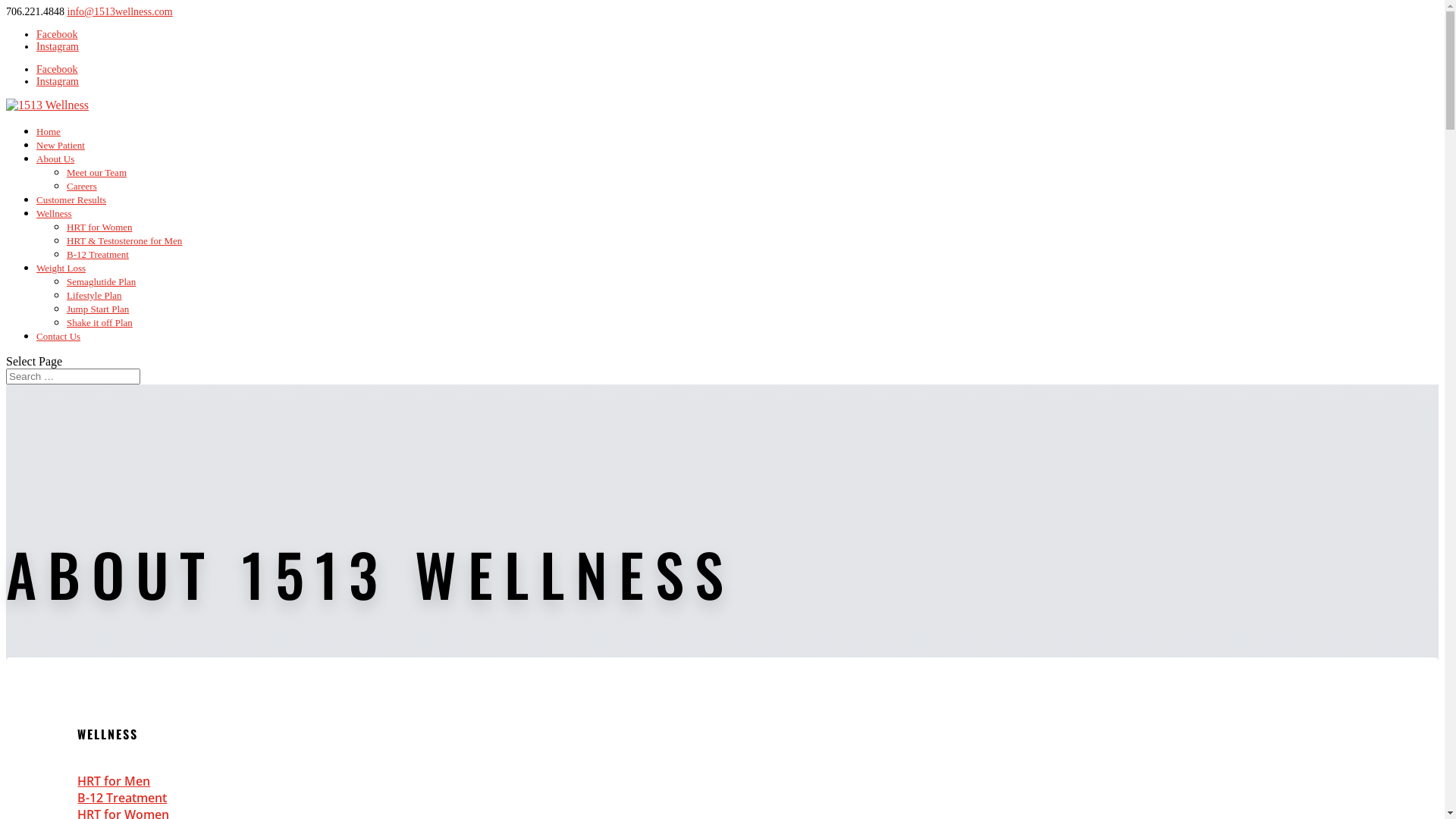 The image size is (1456, 819). Describe the element at coordinates (93, 295) in the screenshot. I see `'Lifestyle Plan'` at that location.